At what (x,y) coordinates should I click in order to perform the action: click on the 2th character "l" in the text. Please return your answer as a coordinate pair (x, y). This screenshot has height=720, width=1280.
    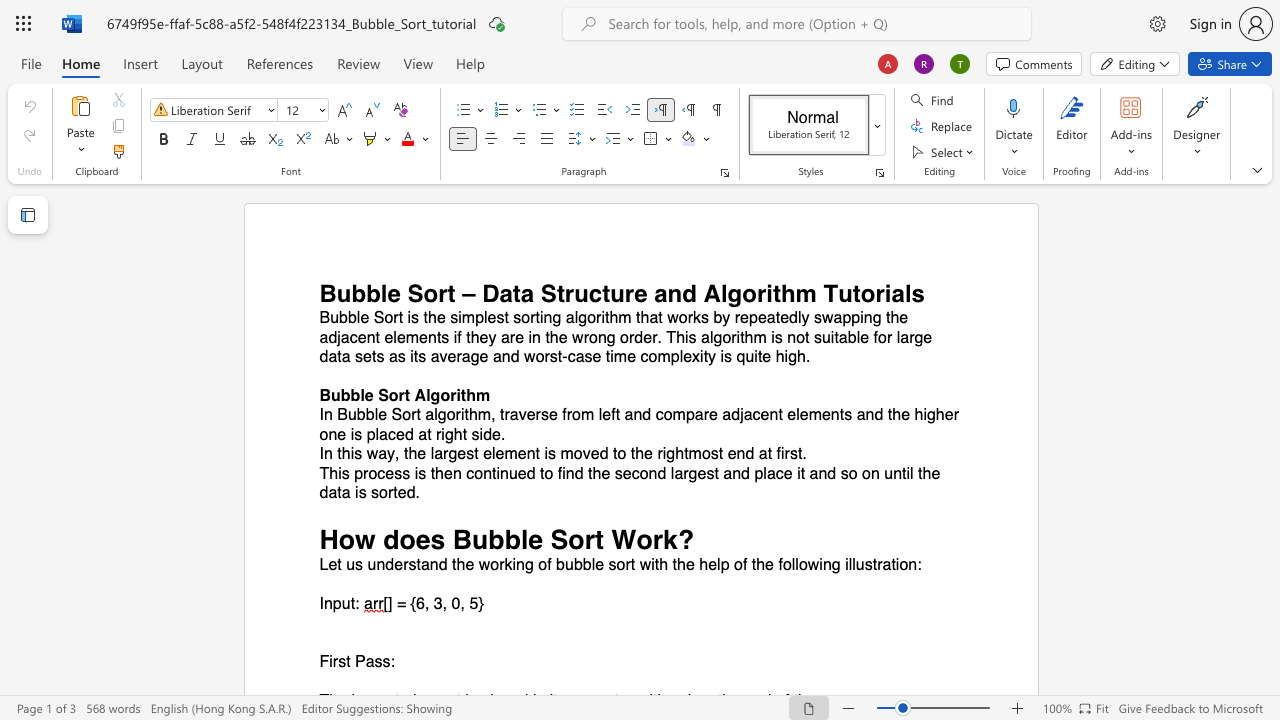
    Looking at the image, I should click on (493, 454).